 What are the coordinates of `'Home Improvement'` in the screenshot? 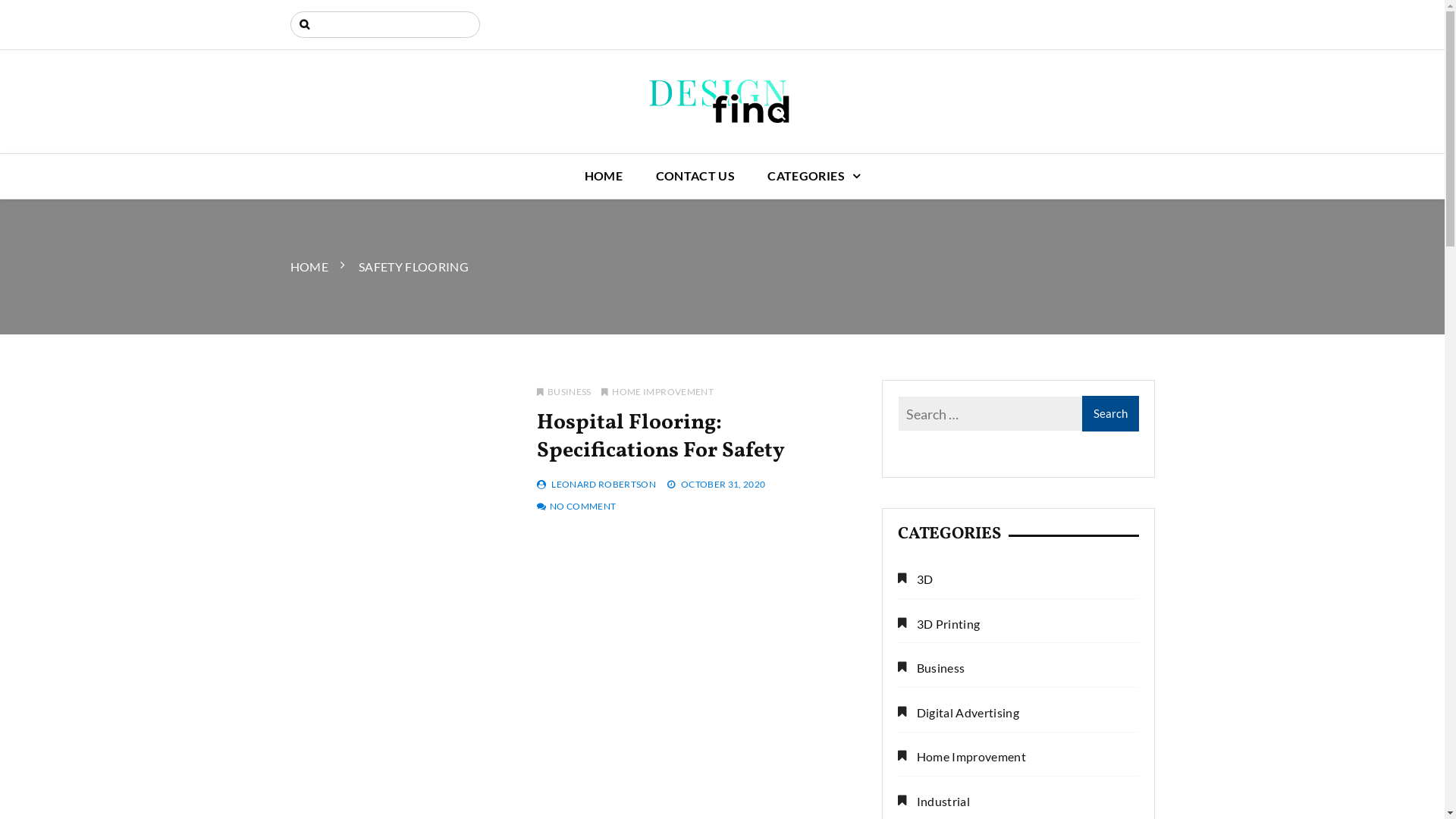 It's located at (961, 757).